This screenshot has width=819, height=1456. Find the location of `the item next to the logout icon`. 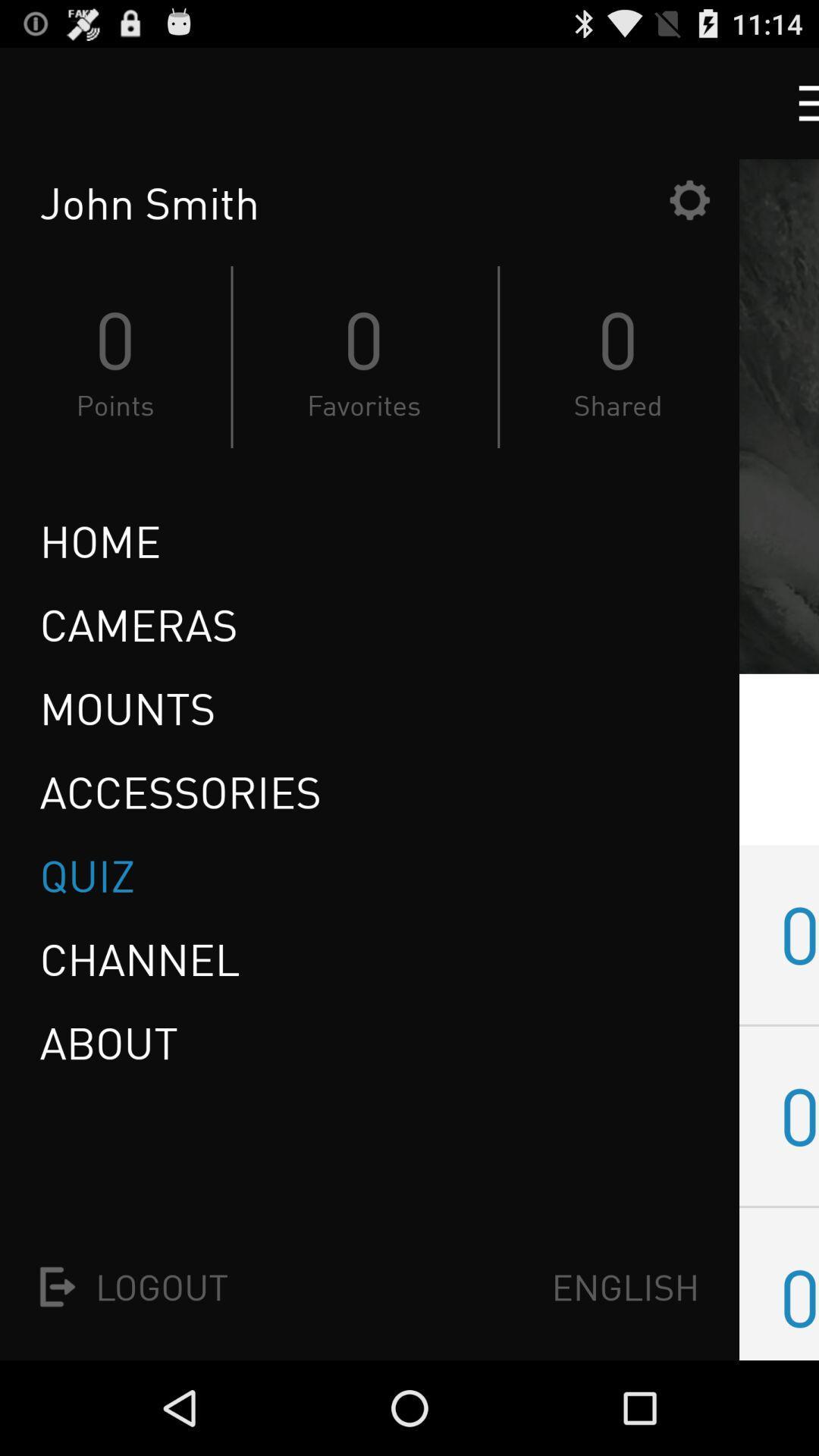

the item next to the logout icon is located at coordinates (626, 1286).